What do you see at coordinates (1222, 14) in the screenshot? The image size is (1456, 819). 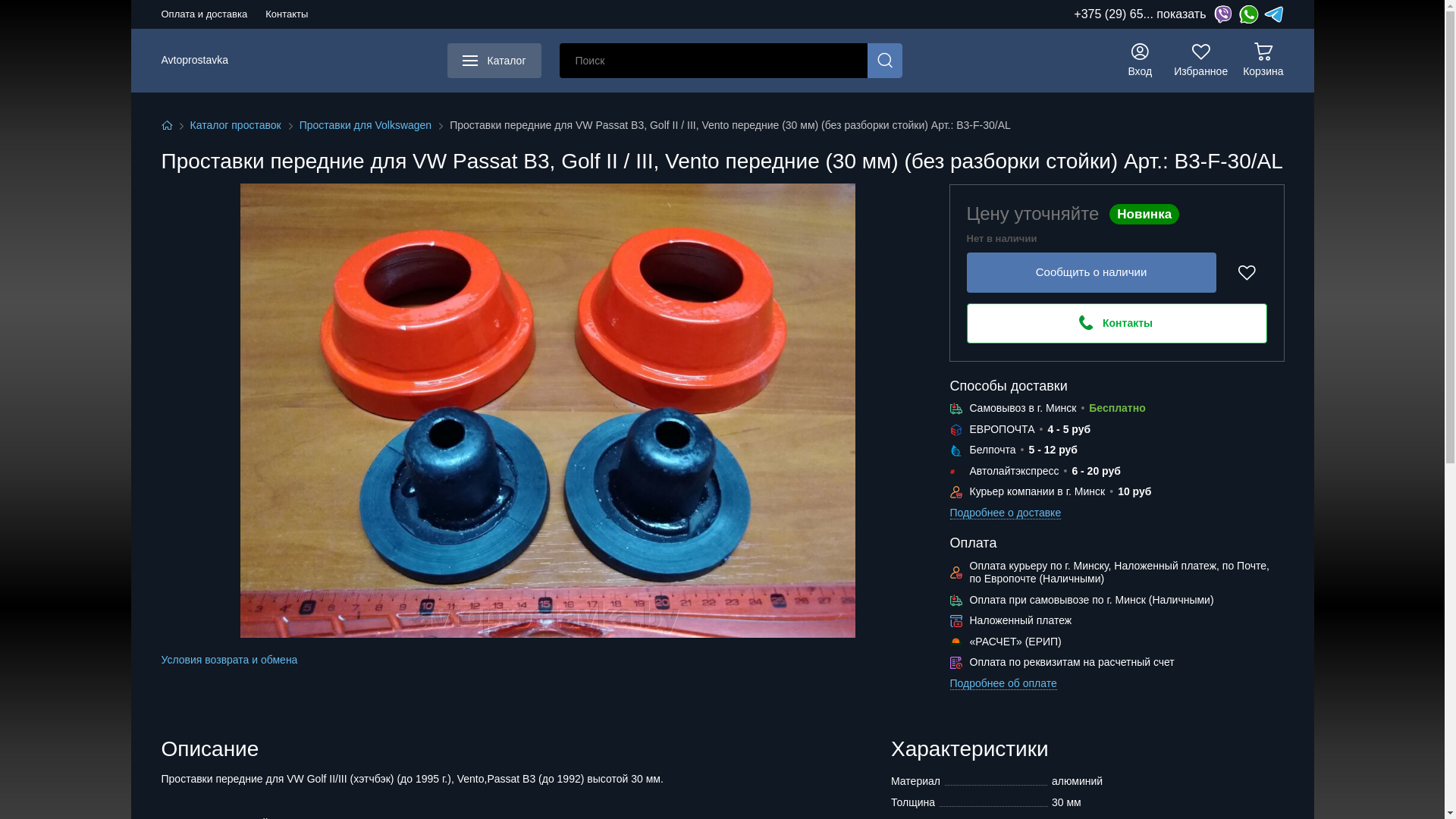 I see `'Viber'` at bounding box center [1222, 14].